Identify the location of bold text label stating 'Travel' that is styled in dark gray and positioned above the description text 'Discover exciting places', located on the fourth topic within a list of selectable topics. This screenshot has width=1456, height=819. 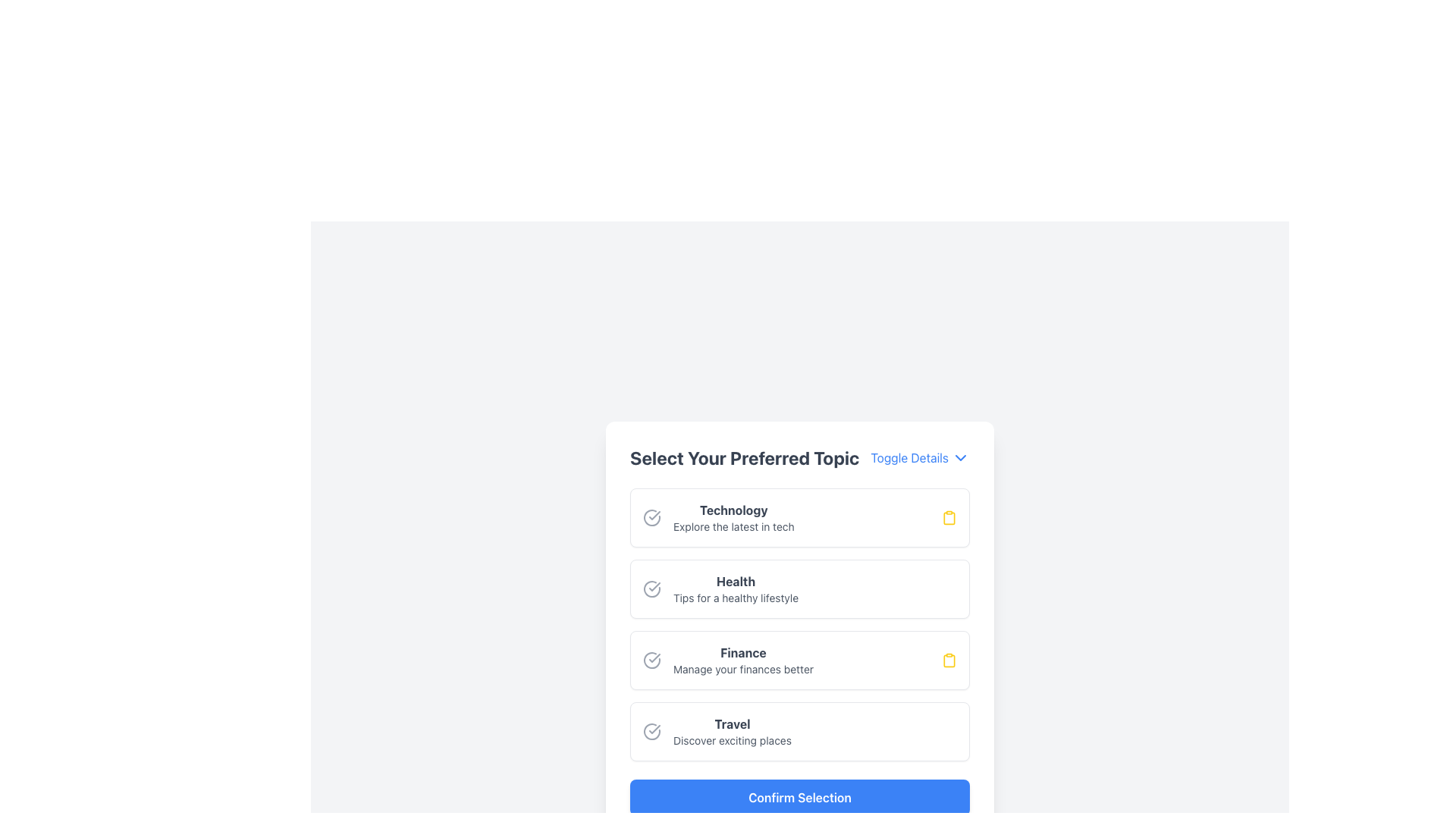
(732, 723).